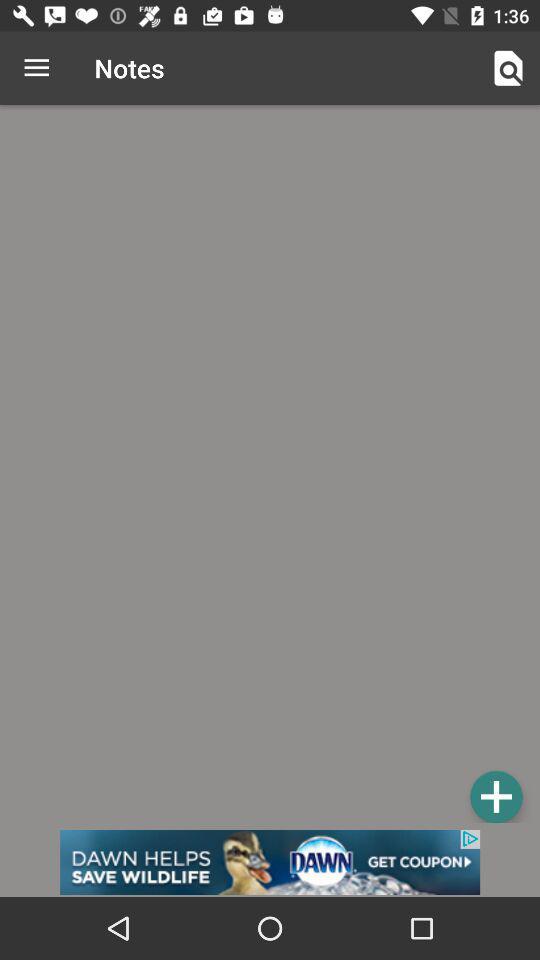 This screenshot has width=540, height=960. I want to click on note, so click(495, 796).